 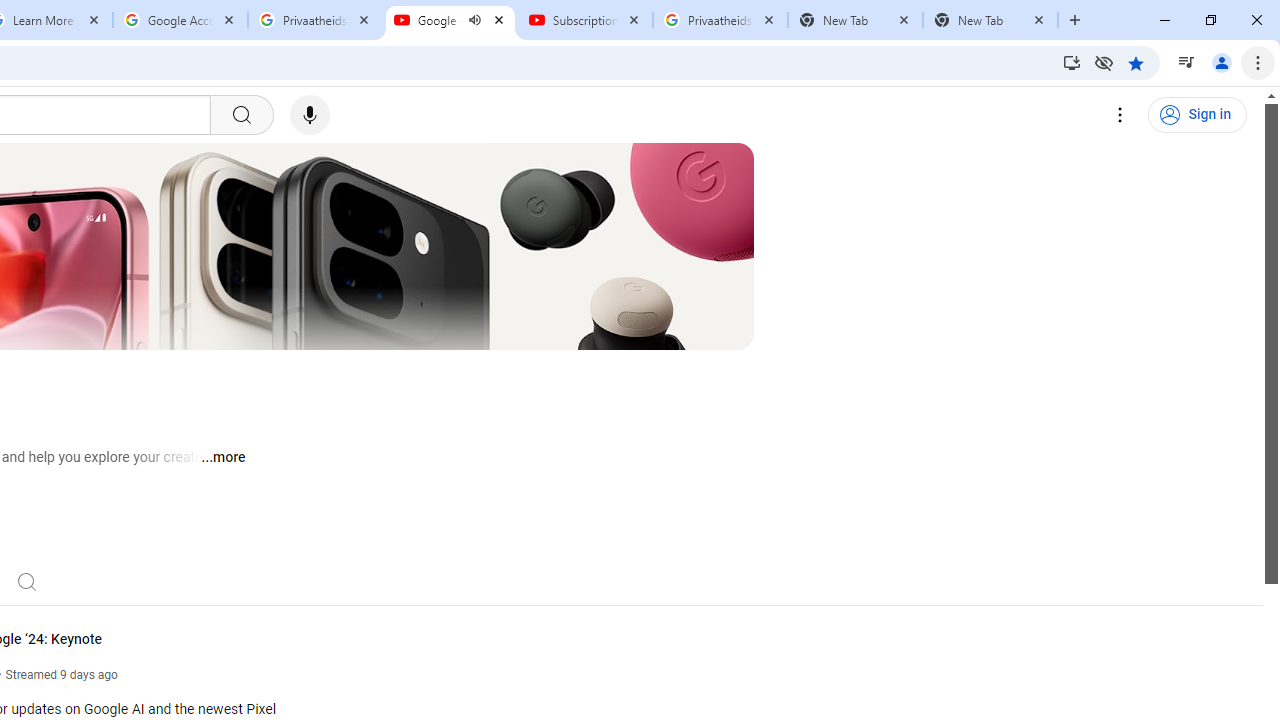 What do you see at coordinates (990, 20) in the screenshot?
I see `'New Tab'` at bounding box center [990, 20].